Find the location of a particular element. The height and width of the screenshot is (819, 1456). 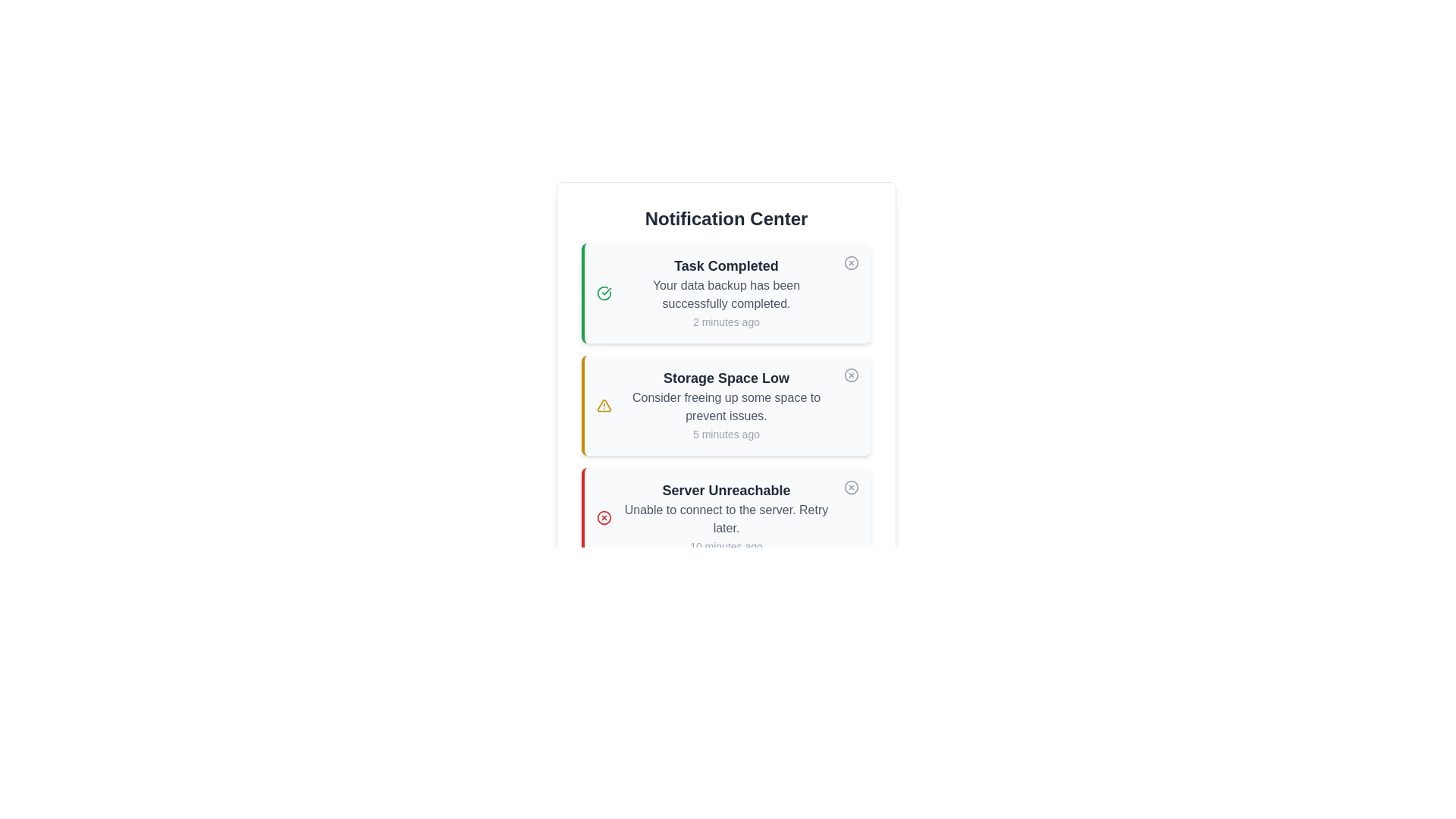

the small circular button with a cross icon located in the top-right corner of the 'Server Unreachable' notification card to change its color is located at coordinates (852, 488).